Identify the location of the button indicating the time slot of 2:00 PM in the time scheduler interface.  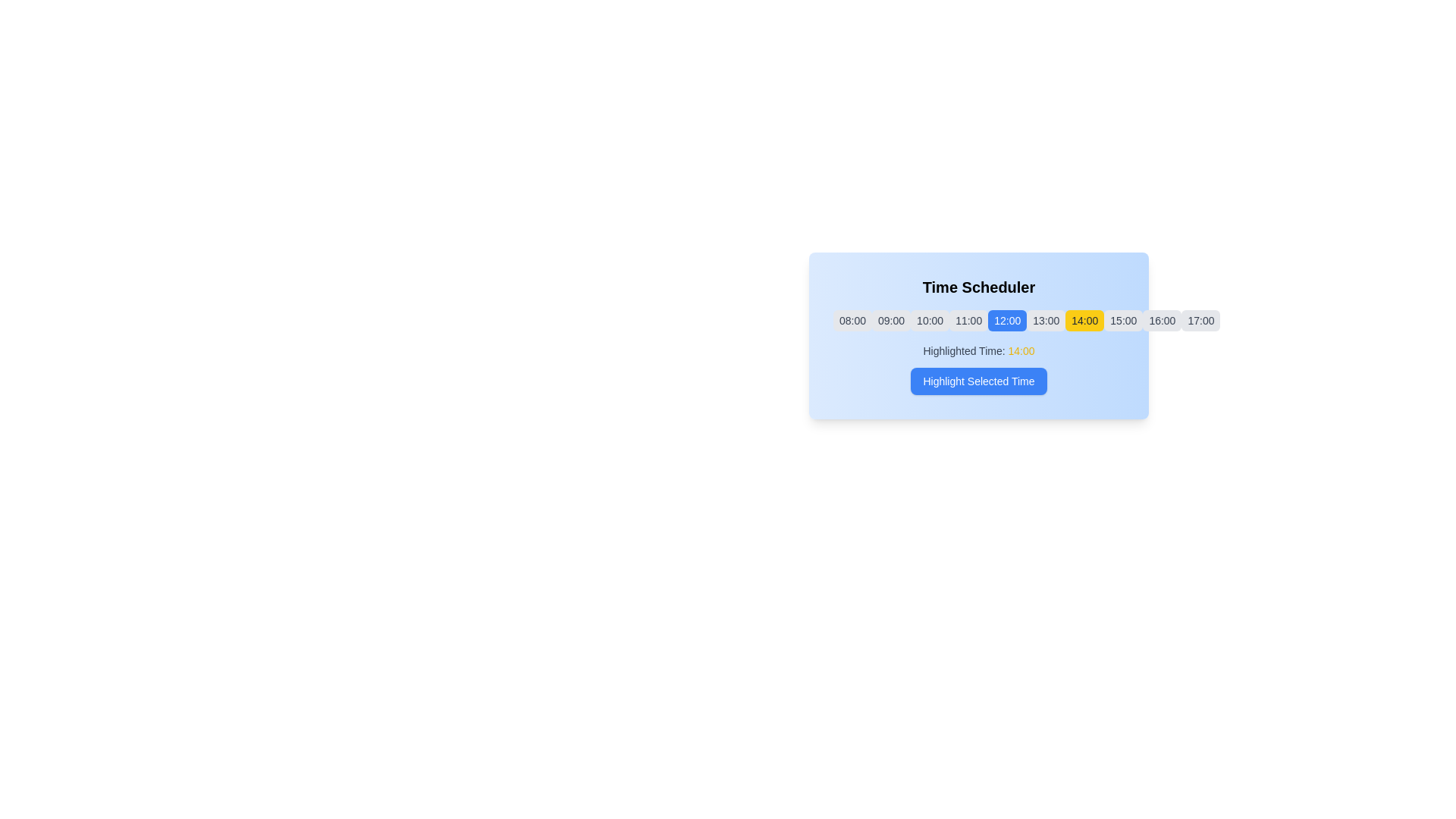
(1084, 320).